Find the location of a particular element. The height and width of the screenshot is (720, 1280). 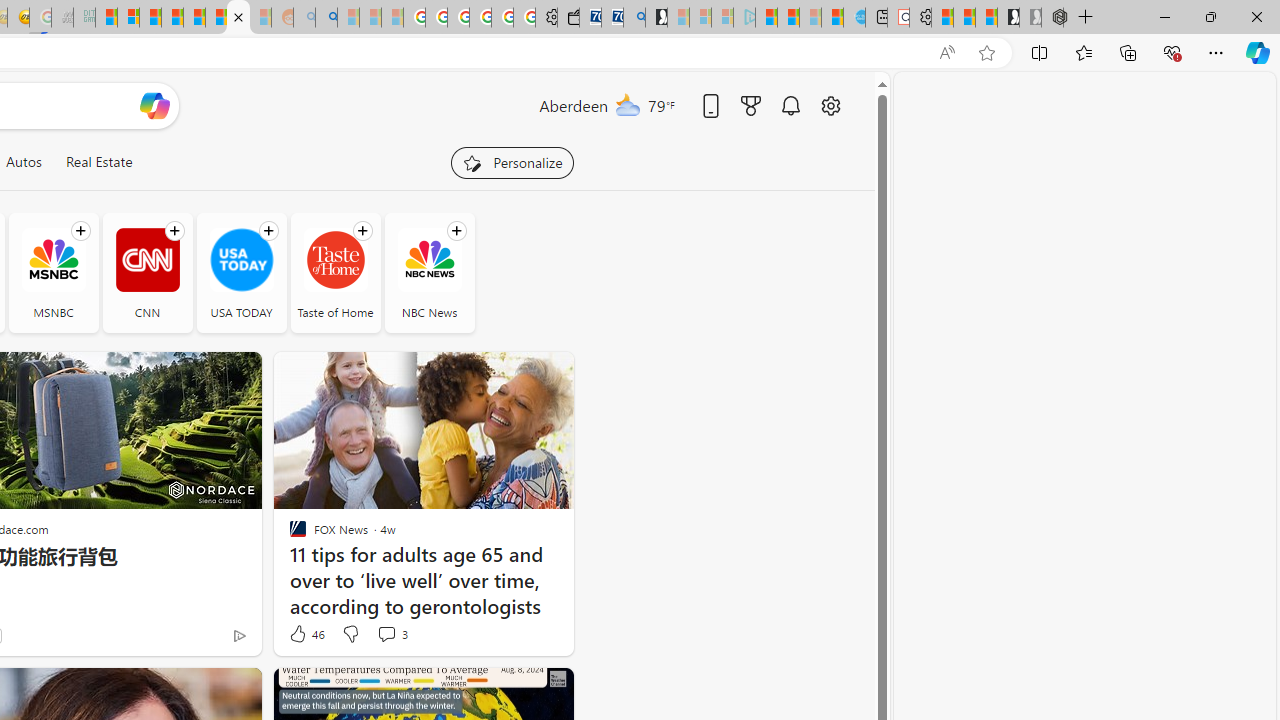

'Student Loan Update: Forgiveness Program Ends This Month' is located at coordinates (172, 17).